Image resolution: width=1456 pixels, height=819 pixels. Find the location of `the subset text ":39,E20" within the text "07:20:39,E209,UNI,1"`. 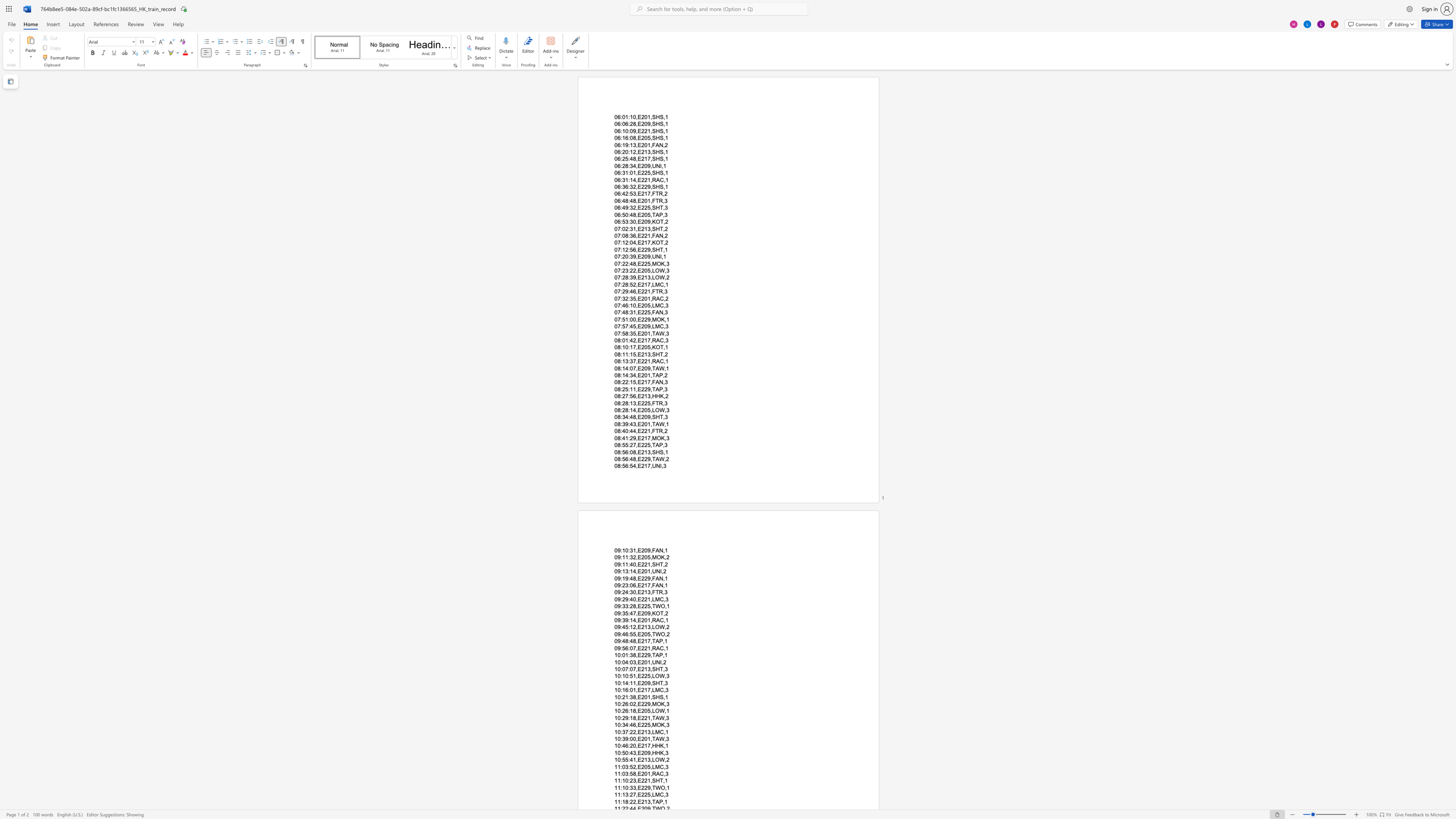

the subset text ":39,E20" within the text "07:20:39,E209,UNI,1" is located at coordinates (628, 256).